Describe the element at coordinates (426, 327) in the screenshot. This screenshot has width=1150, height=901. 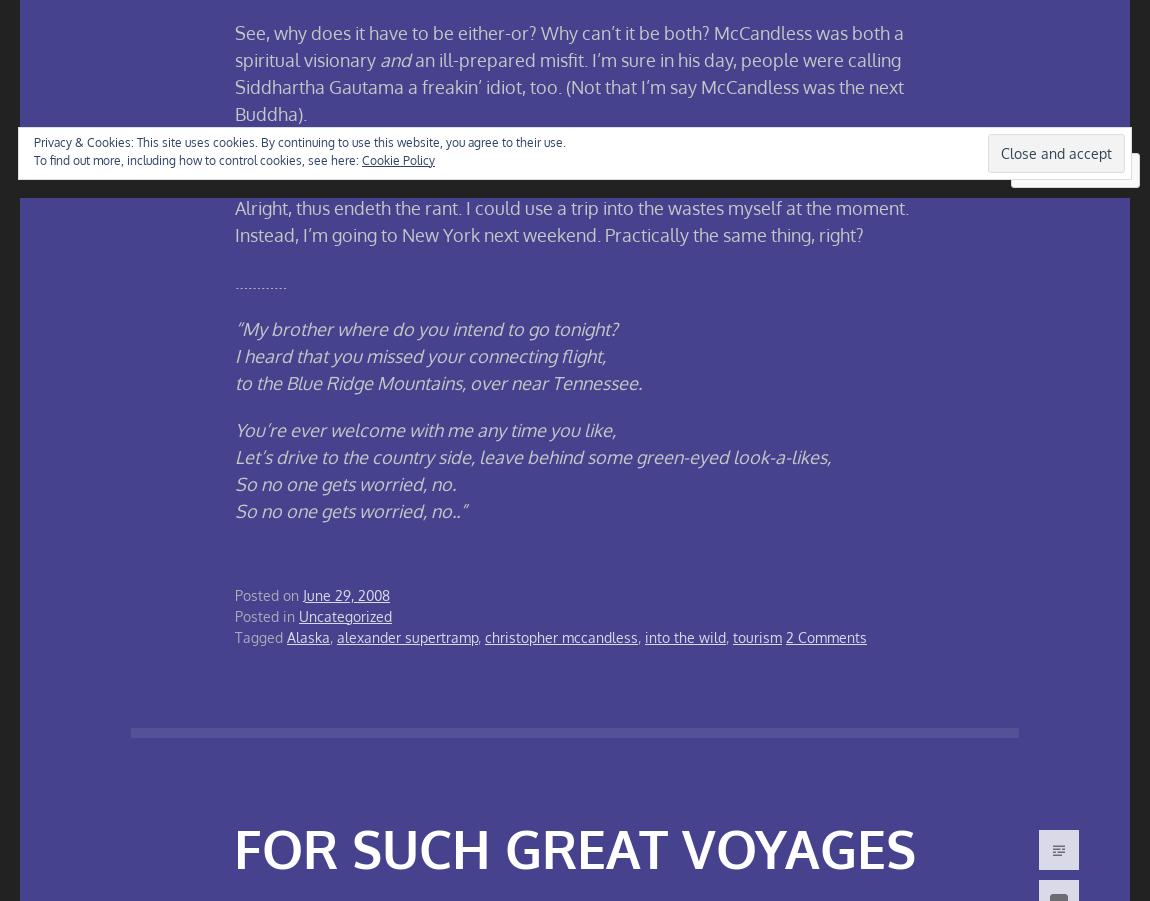
I see `'“My brother where do you intend to go tonight?'` at that location.